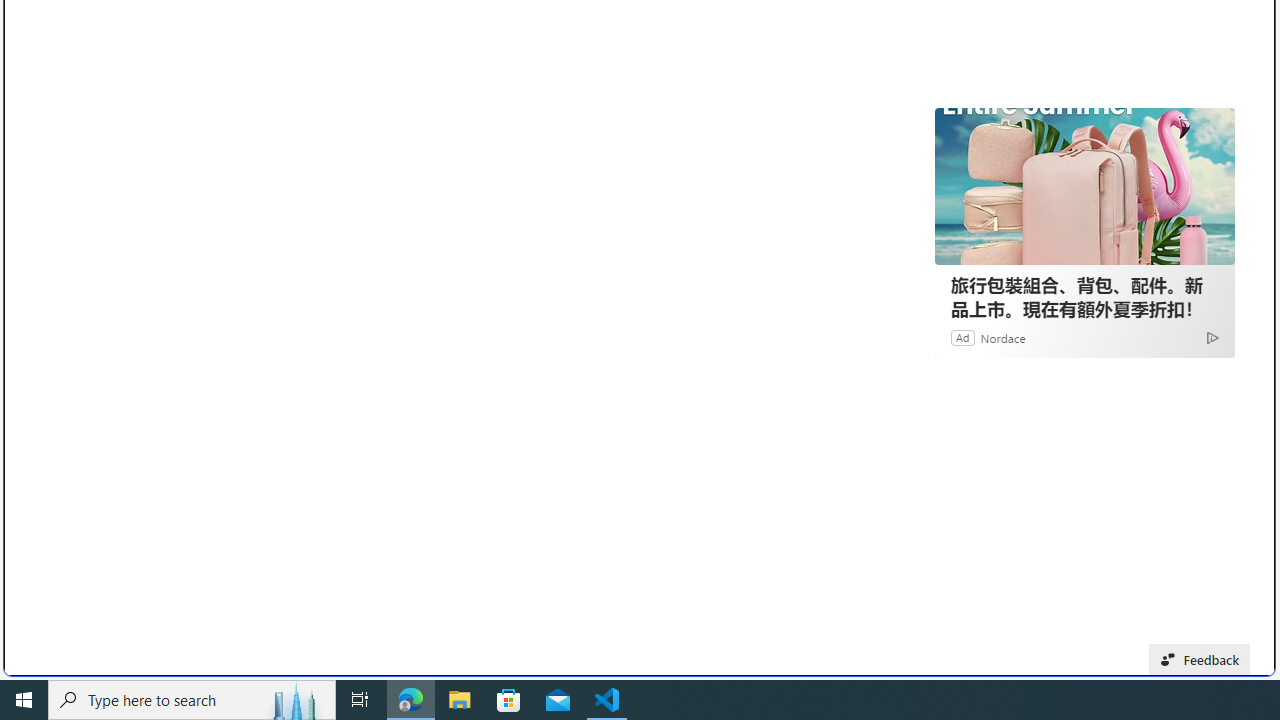 The width and height of the screenshot is (1280, 720). What do you see at coordinates (1003, 336) in the screenshot?
I see `'Nordace'` at bounding box center [1003, 336].